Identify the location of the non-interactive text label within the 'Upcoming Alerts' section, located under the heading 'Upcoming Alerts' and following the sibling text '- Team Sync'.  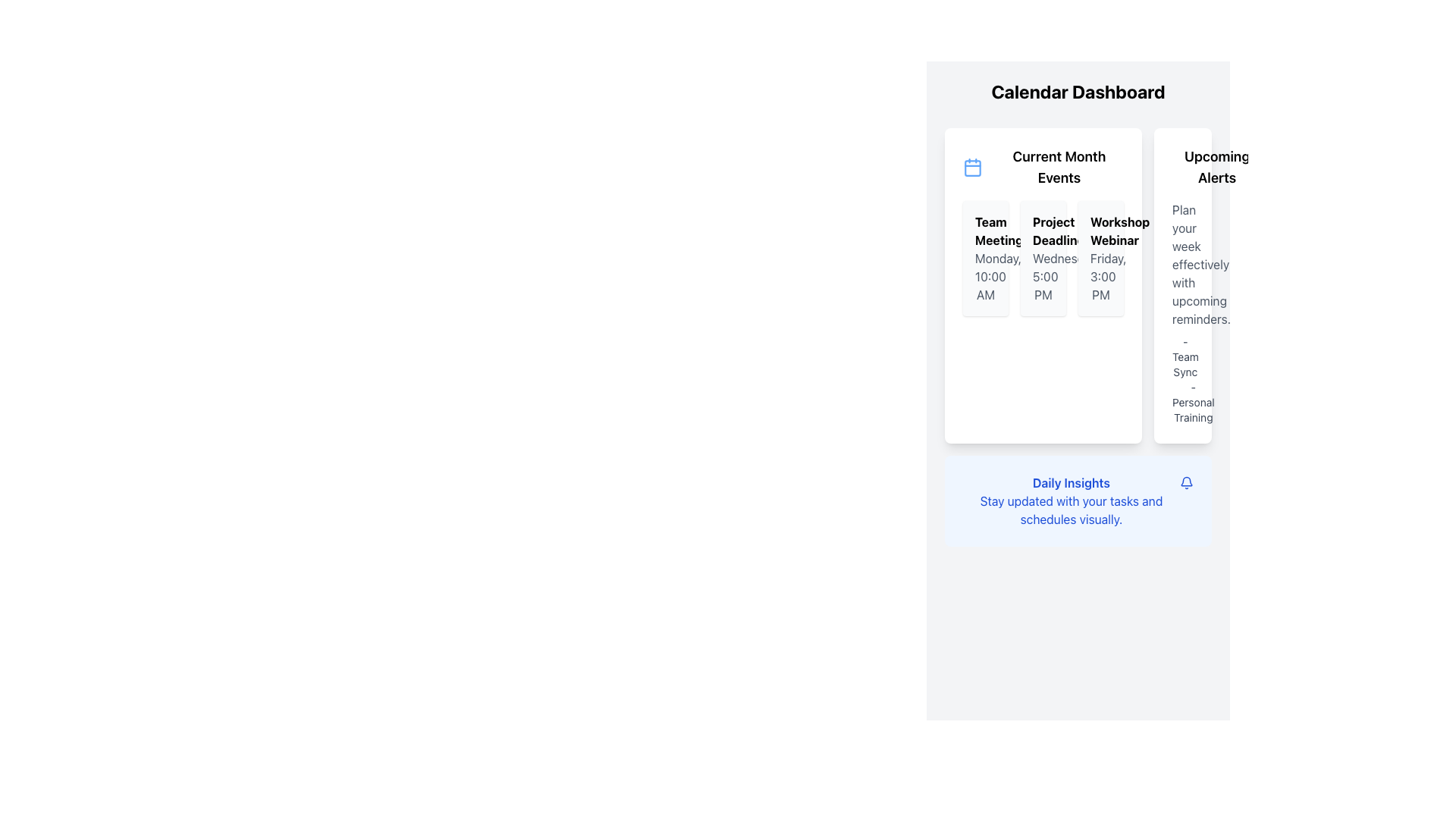
(1182, 402).